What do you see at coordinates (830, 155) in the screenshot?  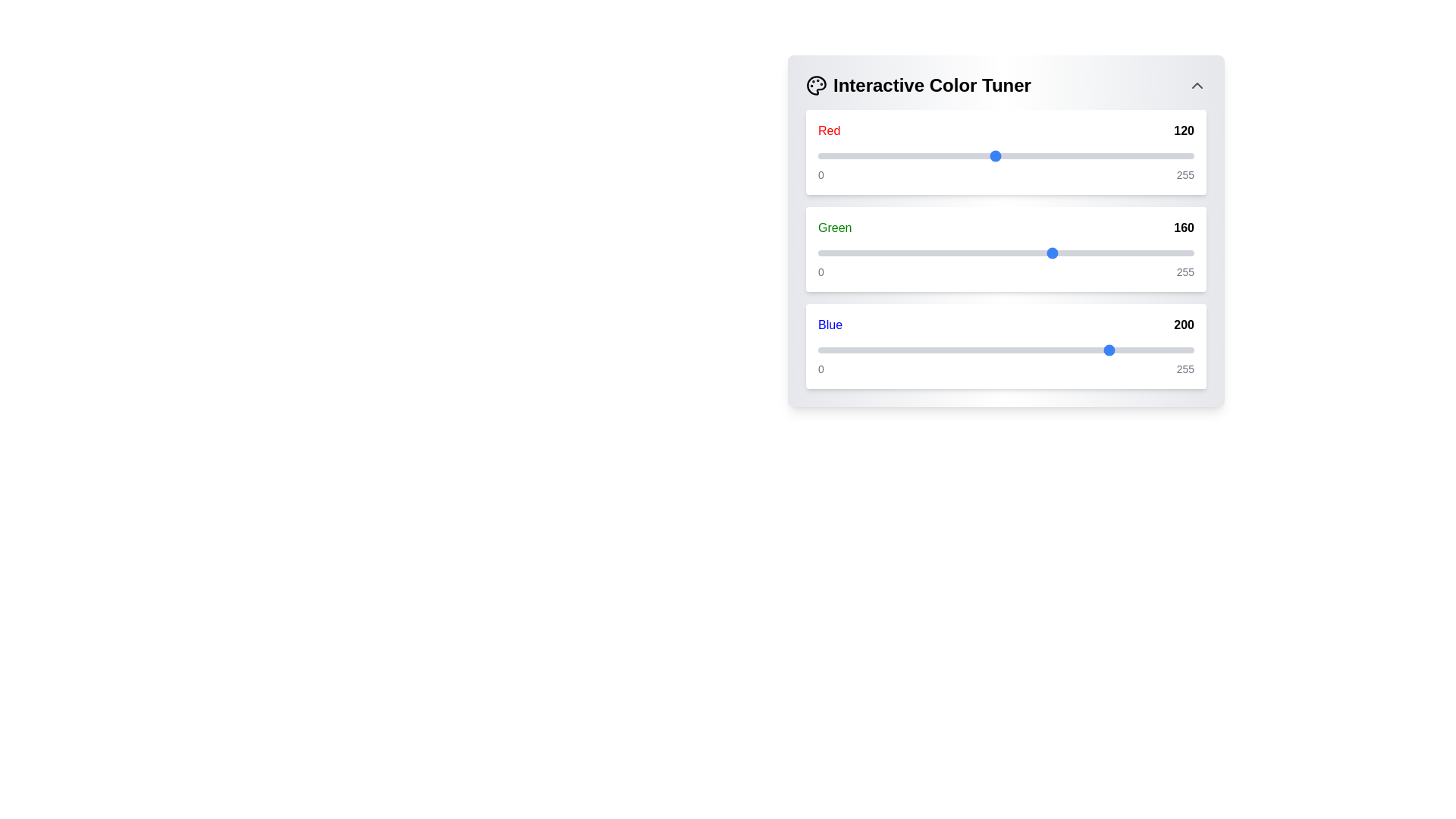 I see `the red color intensity` at bounding box center [830, 155].